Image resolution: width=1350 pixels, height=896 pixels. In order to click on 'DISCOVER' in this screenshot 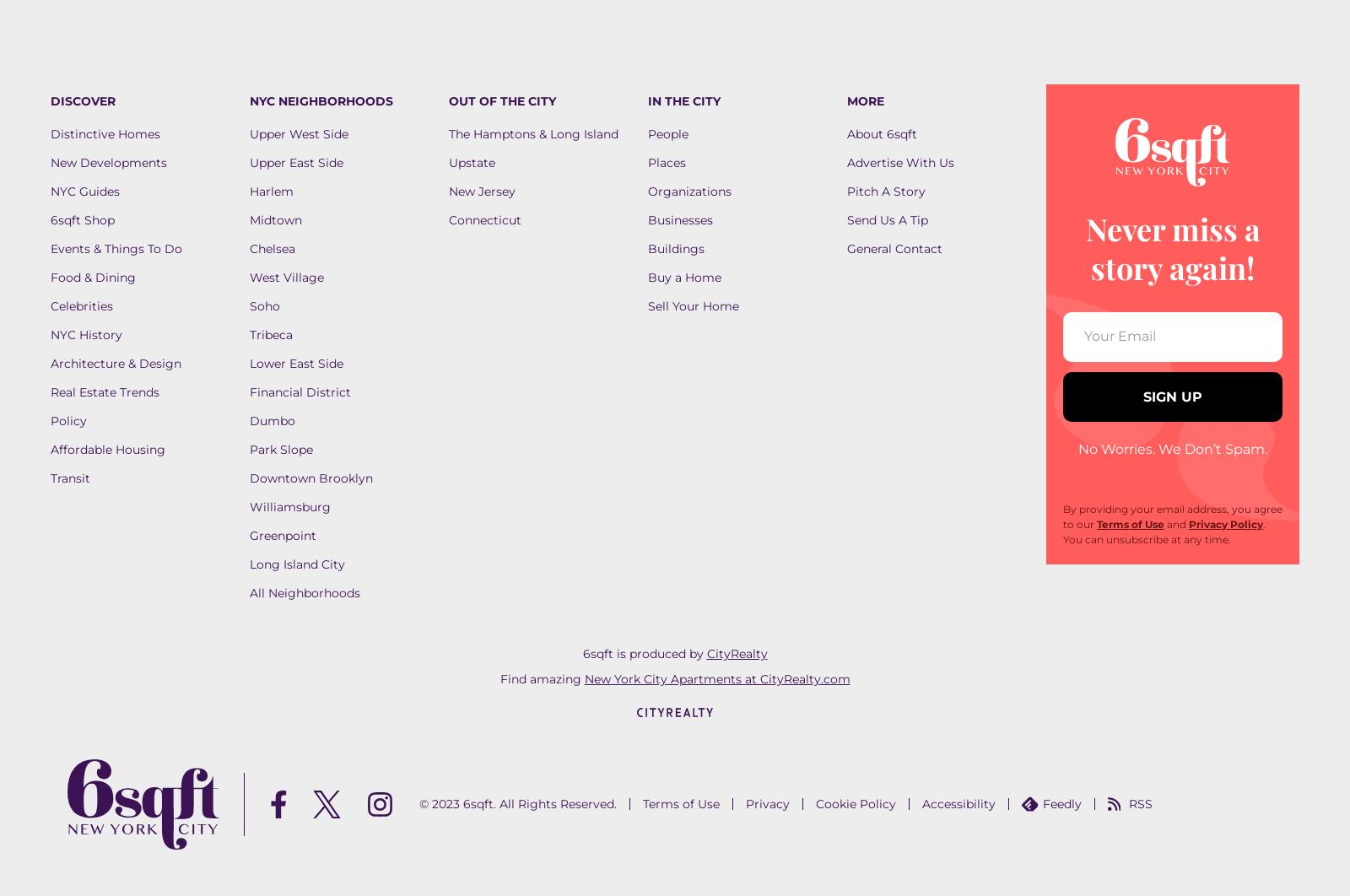, I will do `click(82, 100)`.